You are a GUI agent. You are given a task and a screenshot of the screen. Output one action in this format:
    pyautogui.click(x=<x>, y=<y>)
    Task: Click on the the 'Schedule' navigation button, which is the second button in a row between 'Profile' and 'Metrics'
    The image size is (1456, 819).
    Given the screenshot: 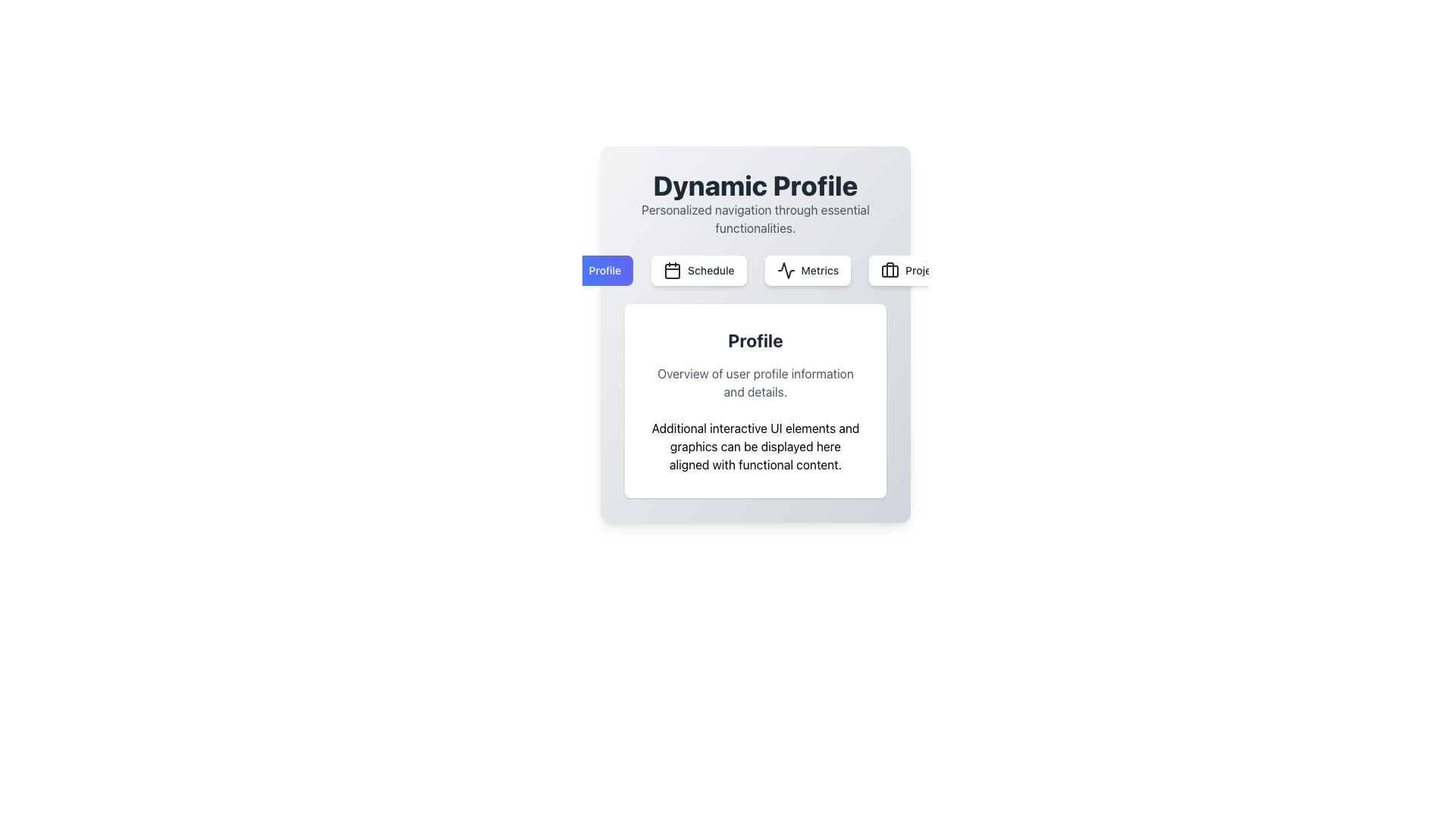 What is the action you would take?
    pyautogui.click(x=698, y=270)
    